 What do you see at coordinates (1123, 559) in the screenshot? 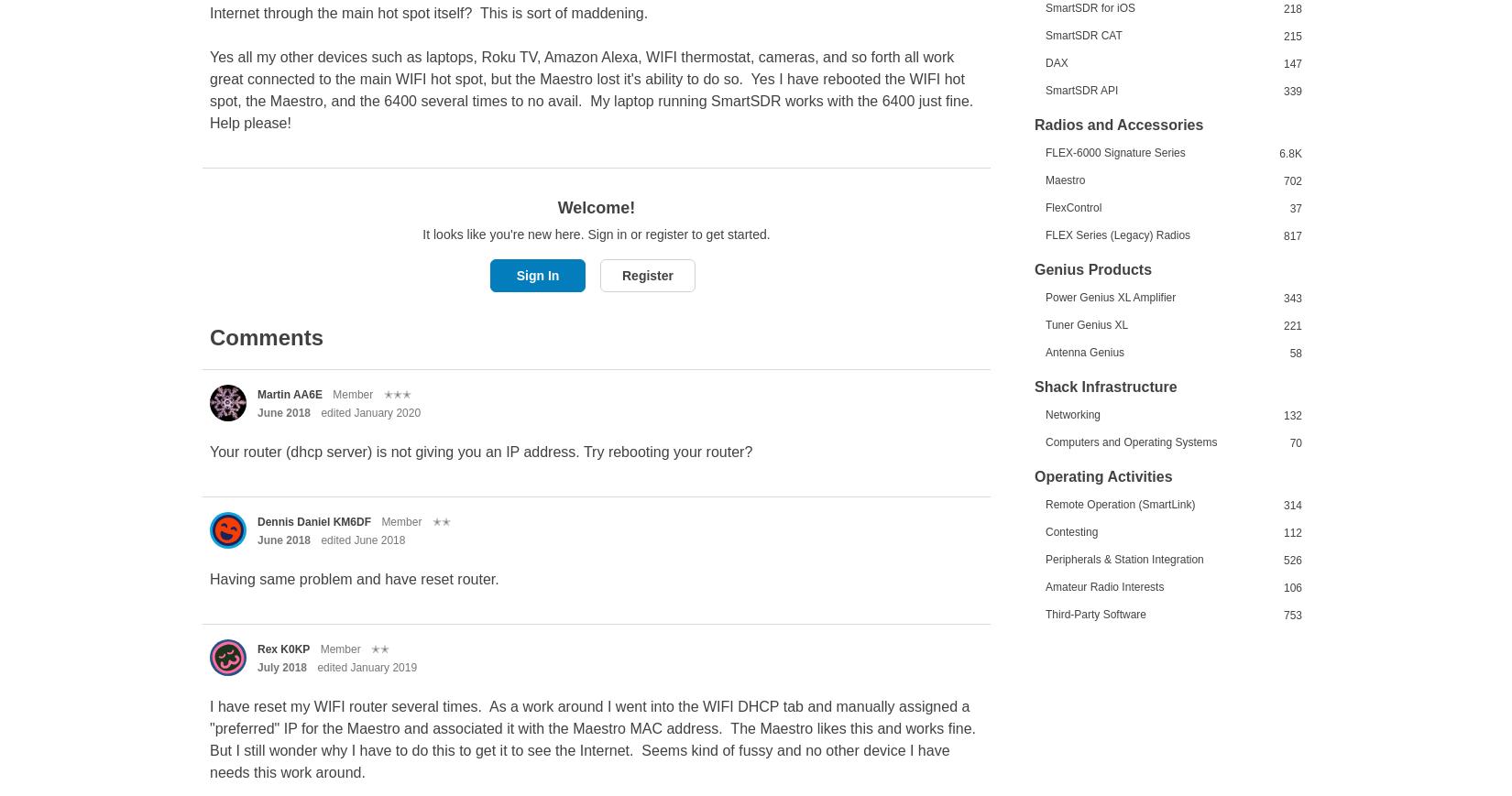
I see `'Peripherals & Station Integration'` at bounding box center [1123, 559].